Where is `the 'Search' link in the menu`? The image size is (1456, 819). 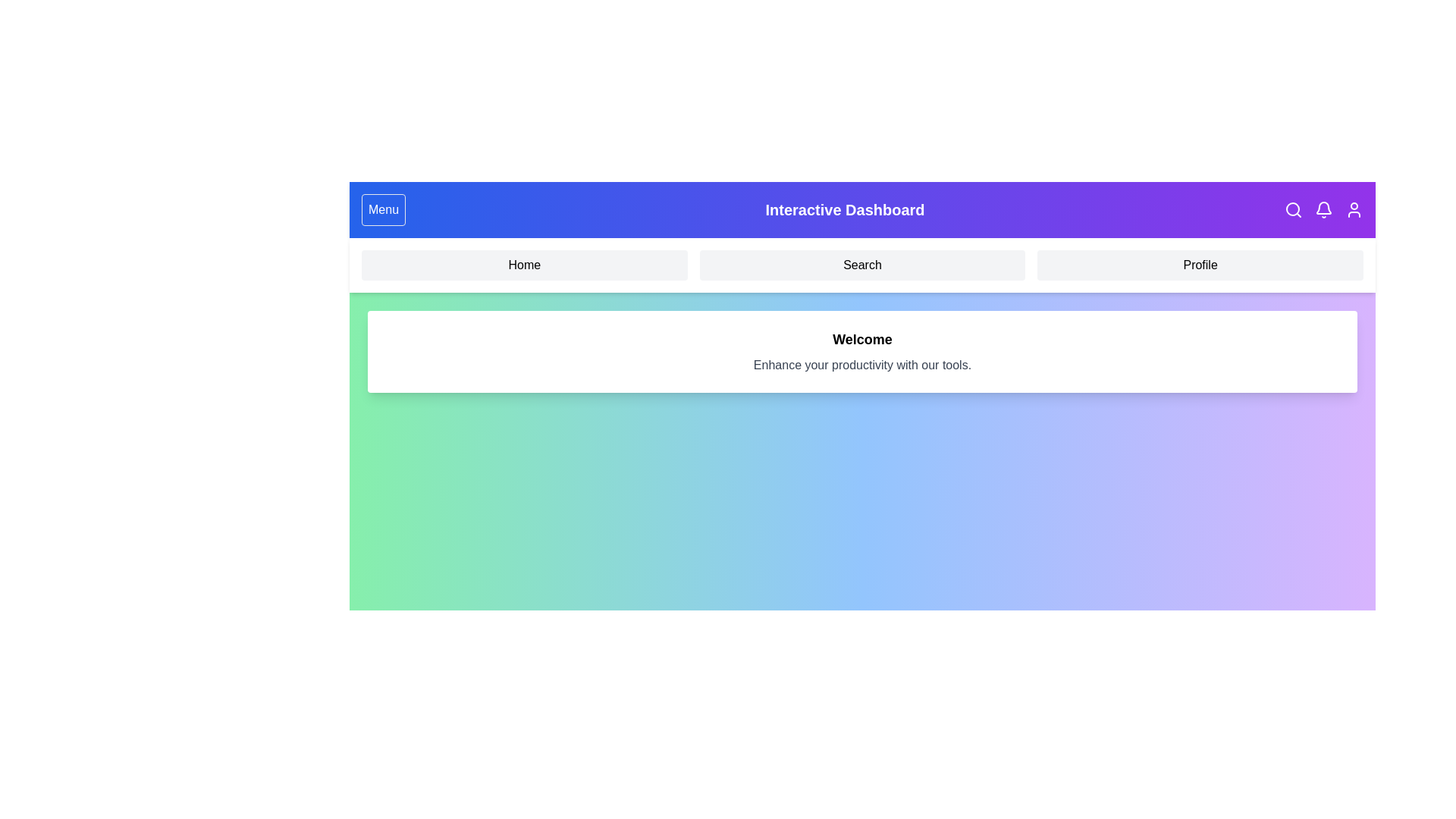
the 'Search' link in the menu is located at coordinates (862, 265).